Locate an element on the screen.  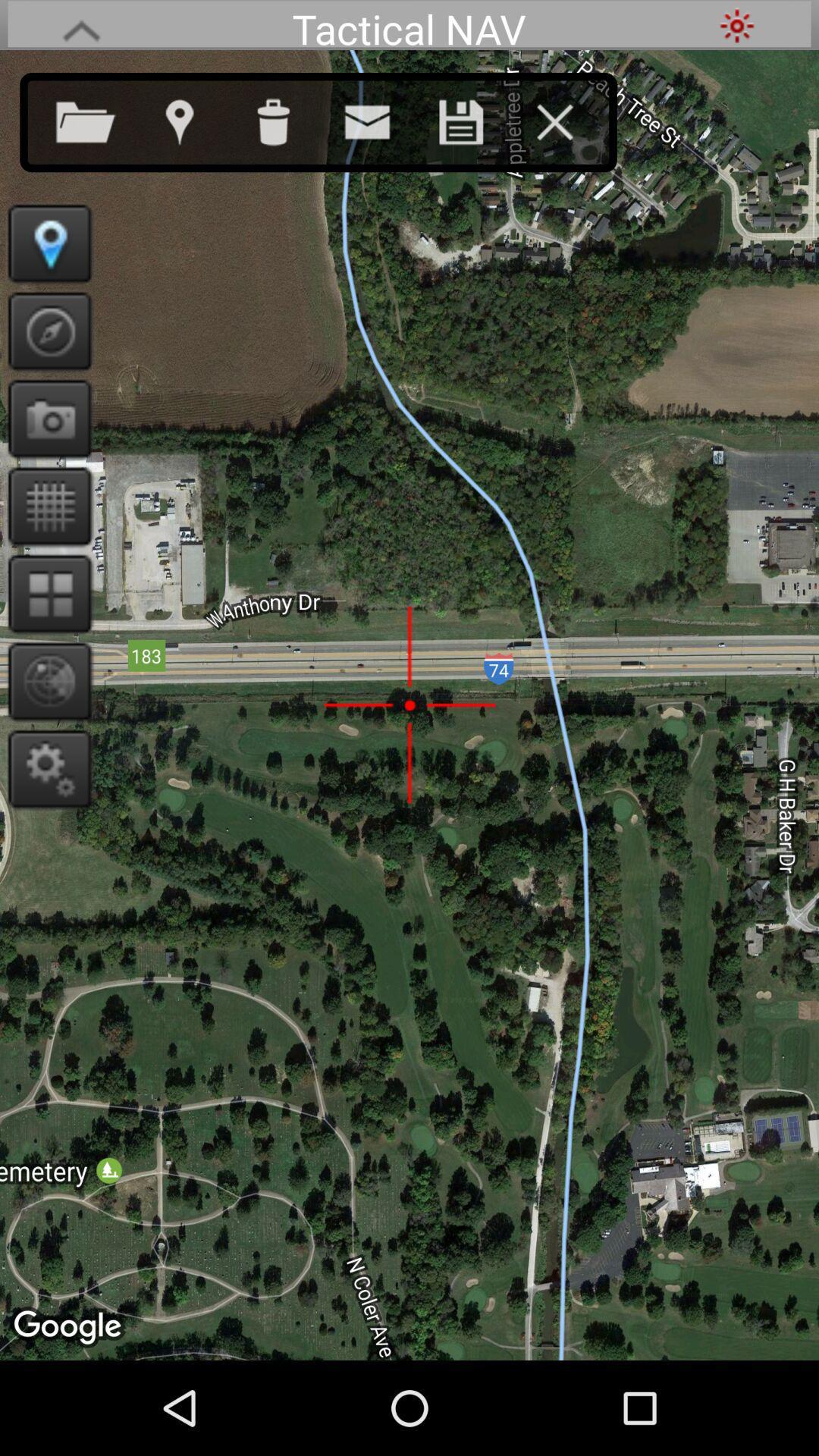
gps pin location is located at coordinates (44, 243).